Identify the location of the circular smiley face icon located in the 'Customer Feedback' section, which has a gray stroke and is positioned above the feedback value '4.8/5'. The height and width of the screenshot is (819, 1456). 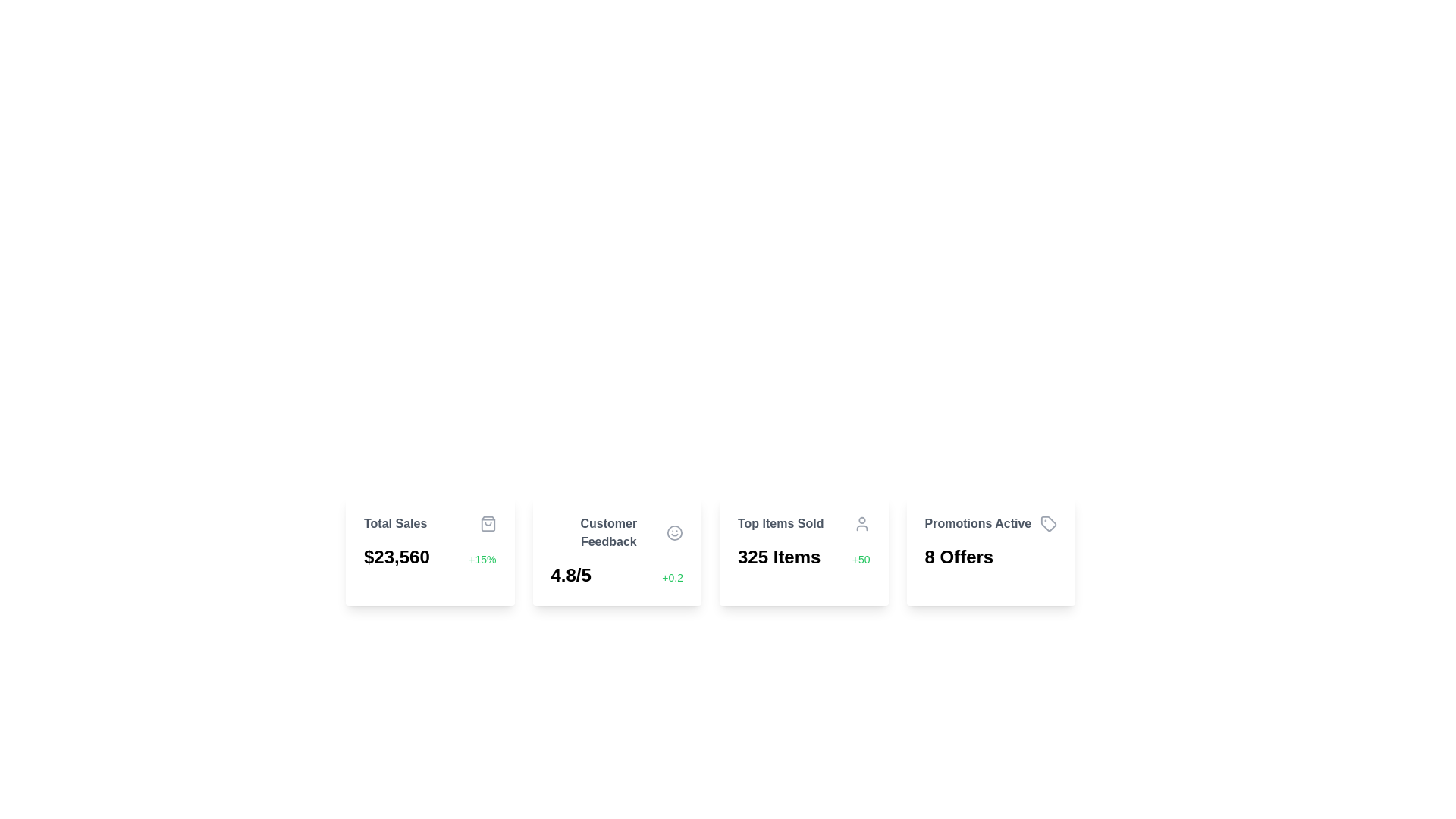
(674, 532).